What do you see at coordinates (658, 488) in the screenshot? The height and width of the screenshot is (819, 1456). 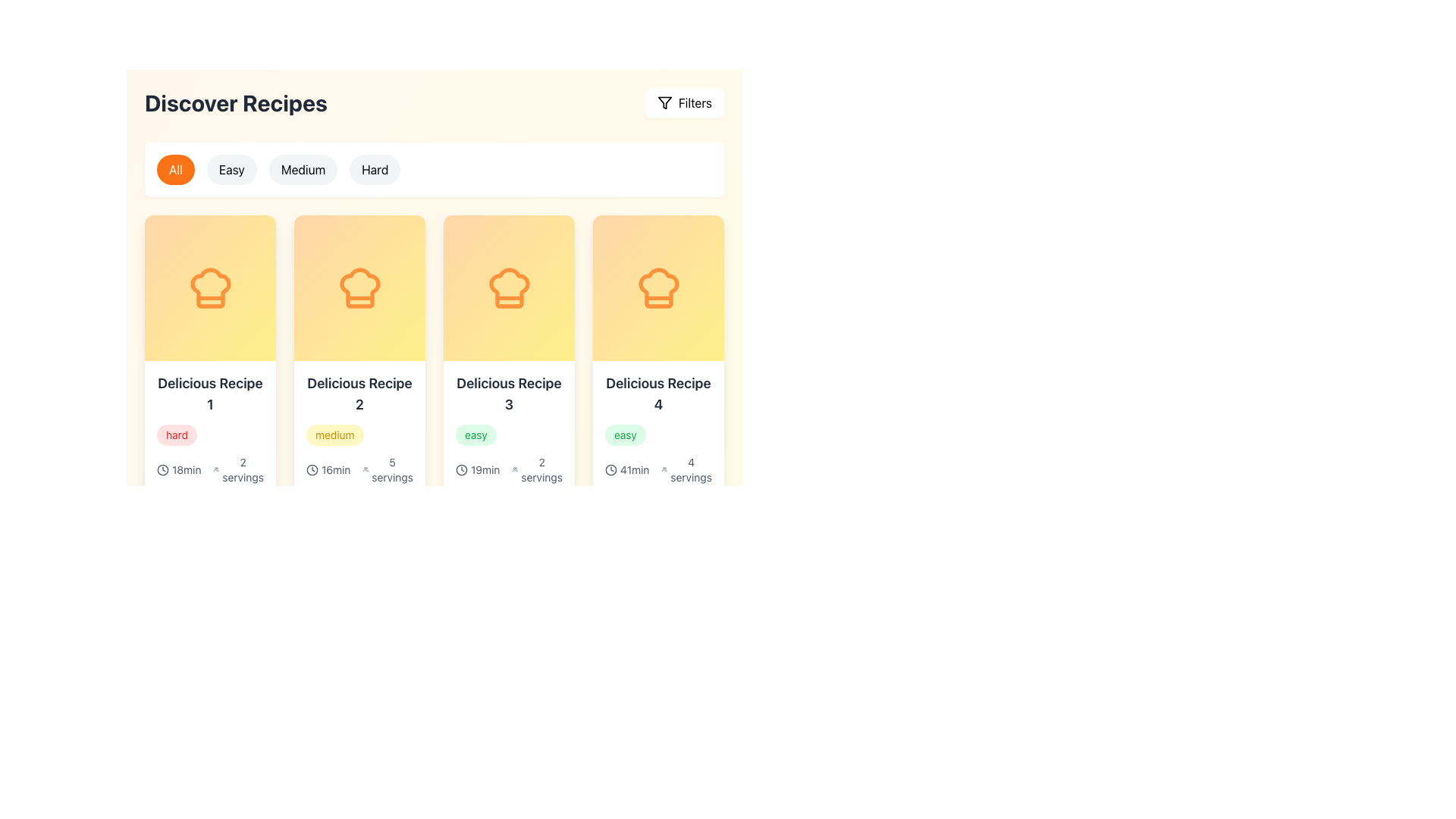 I see `the informational display in the lower right part of the 'Delicious Recipe 4' card` at bounding box center [658, 488].